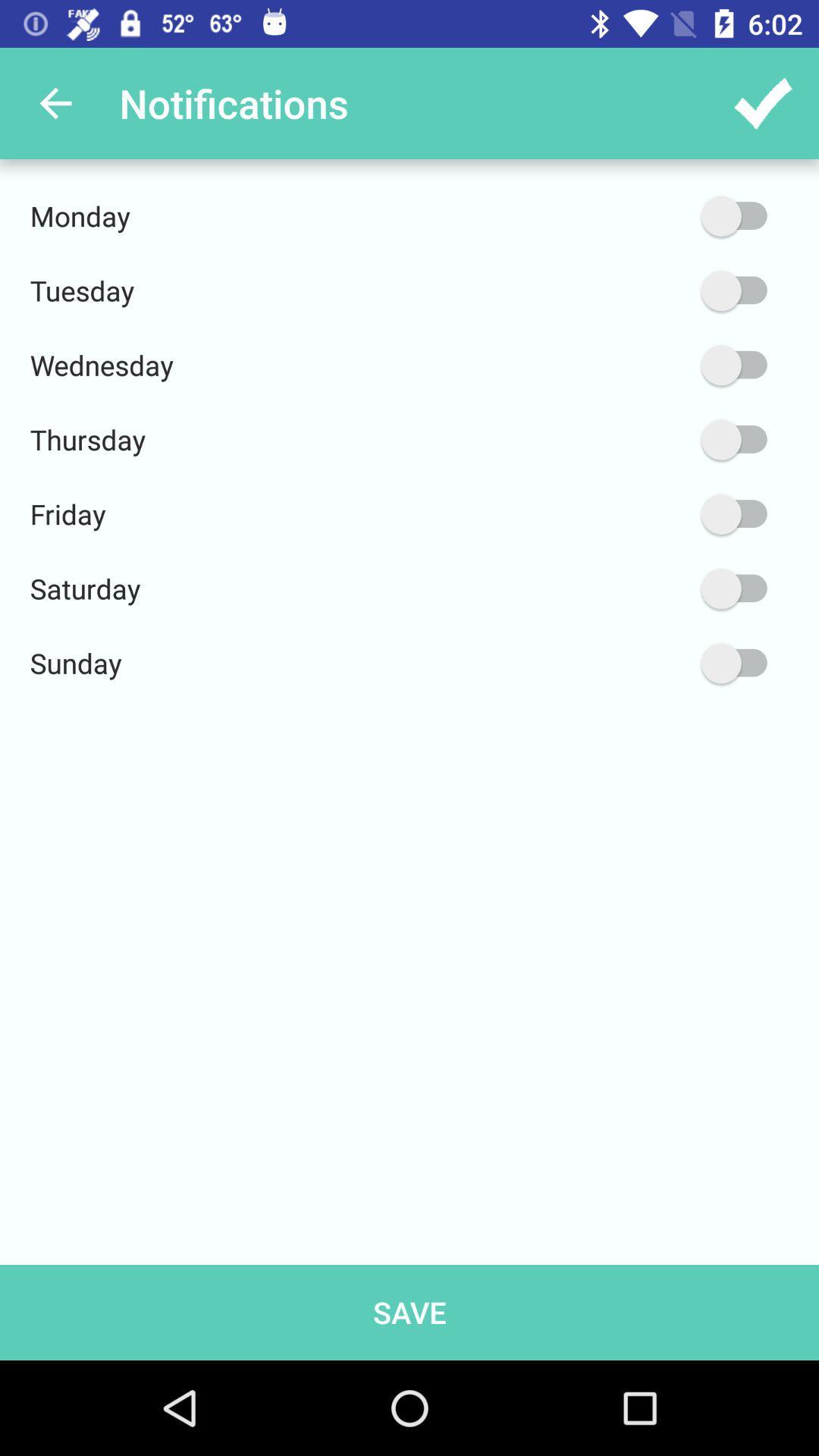  What do you see at coordinates (661, 439) in the screenshot?
I see `on thursday` at bounding box center [661, 439].